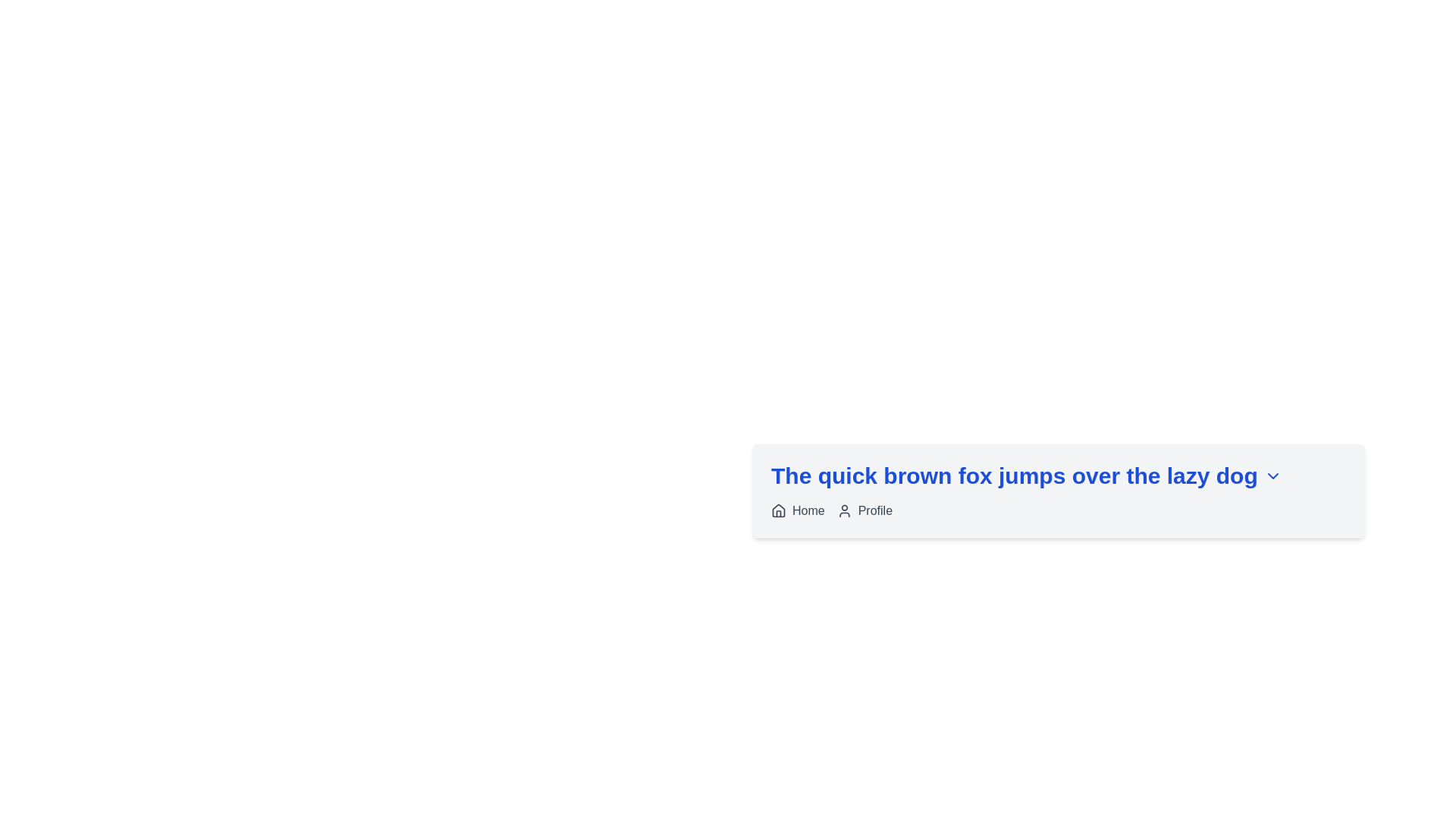 The height and width of the screenshot is (819, 1456). What do you see at coordinates (779, 511) in the screenshot?
I see `the home button icon located in the lower-left corner of the horizontal navigation bar to trigger a tooltip` at bounding box center [779, 511].